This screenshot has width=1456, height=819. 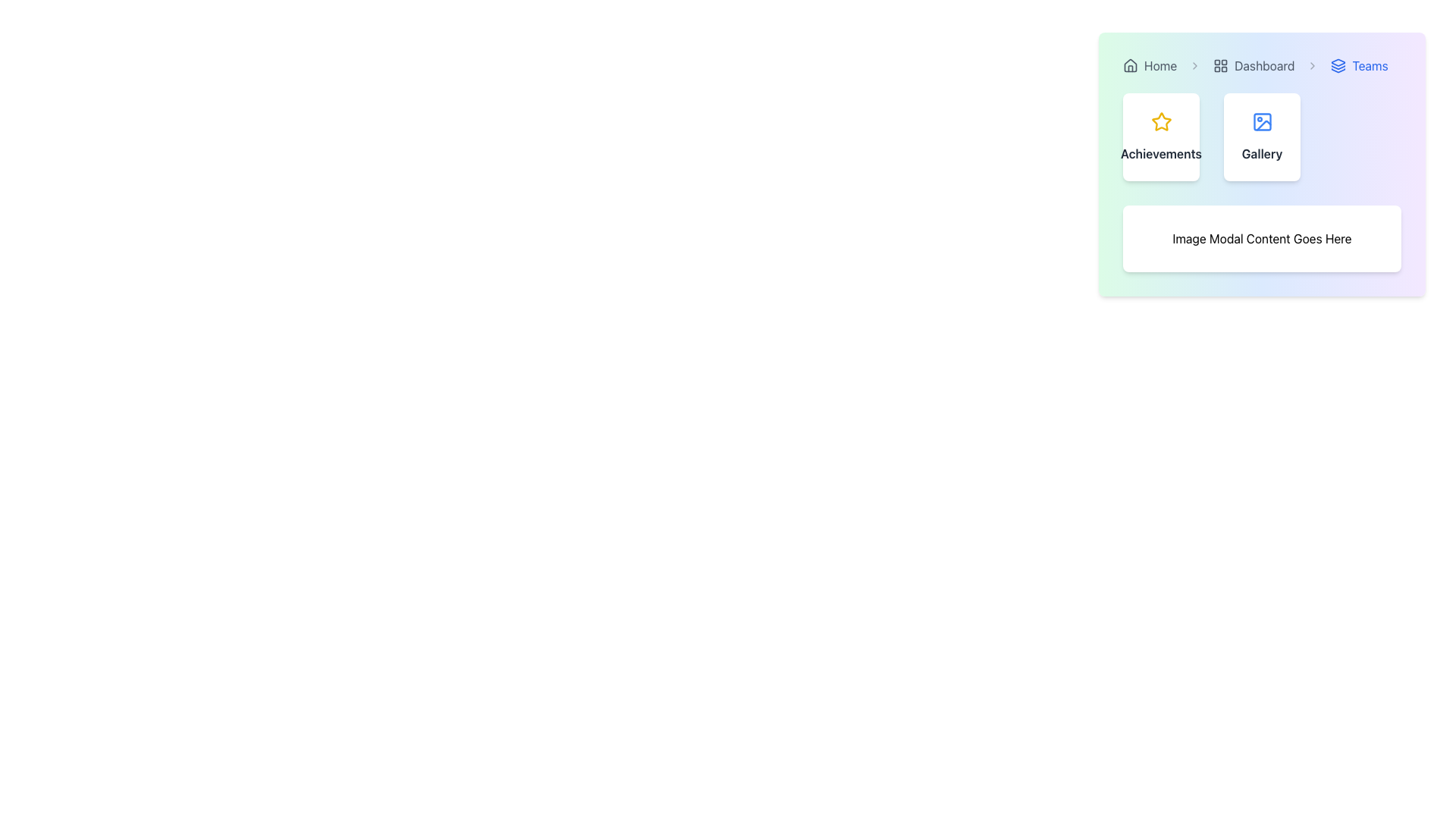 I want to click on the icon and text of the 'Gallery' button, which is a rectangular button with a white background, a blue picture frame icon, and the text 'Gallery' in bold black font, so click(x=1262, y=137).